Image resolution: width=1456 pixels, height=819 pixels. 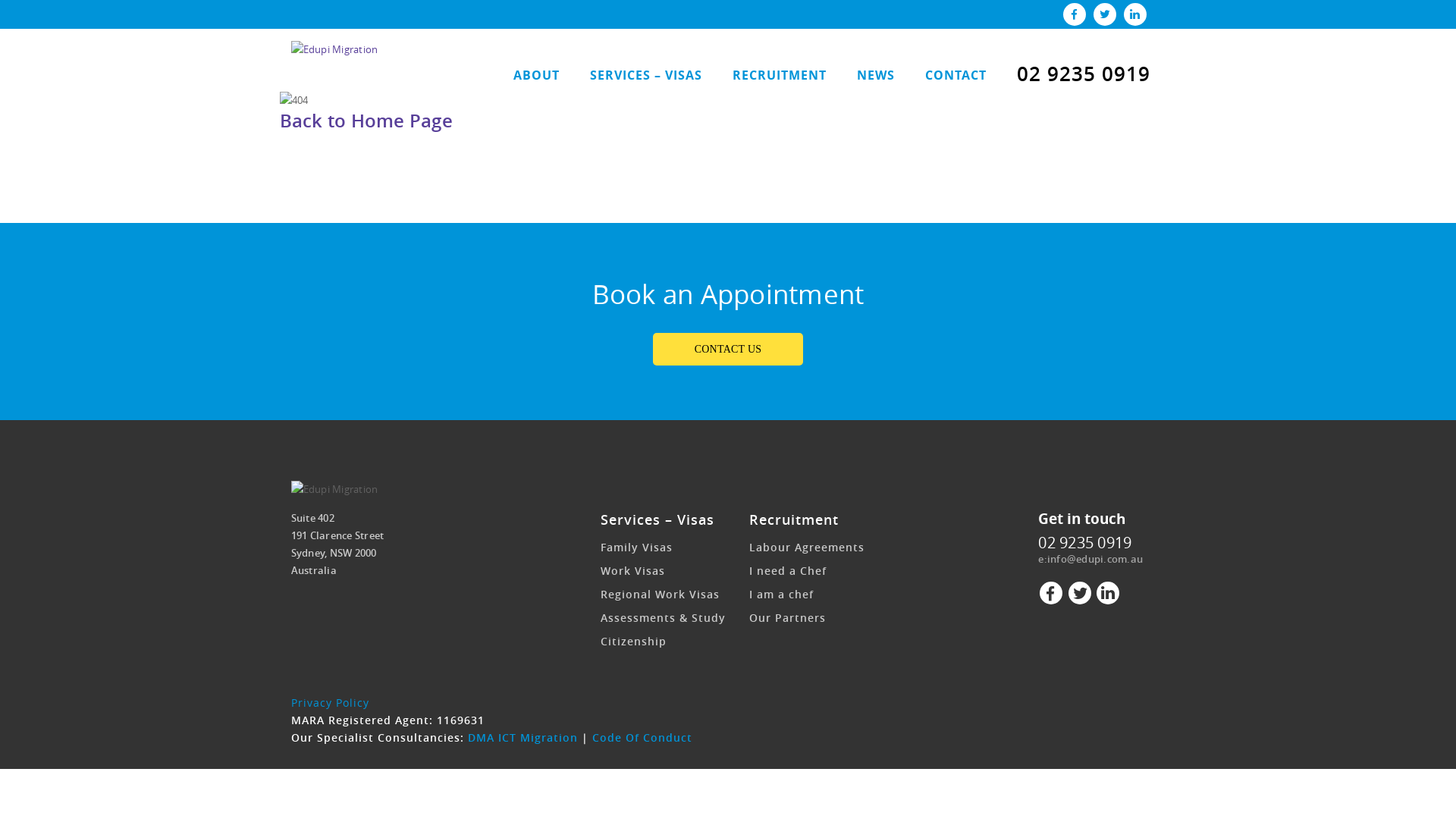 I want to click on 'Regional Work Visas', so click(x=660, y=593).